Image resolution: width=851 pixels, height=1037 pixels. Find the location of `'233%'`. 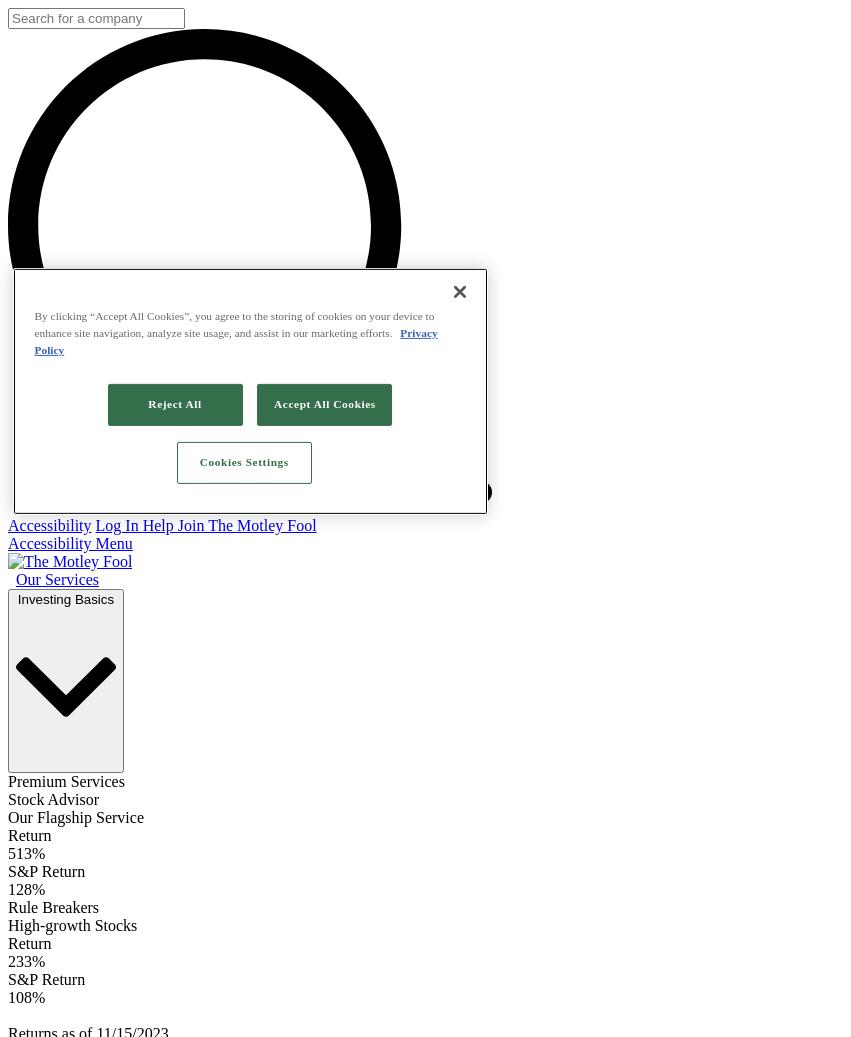

'233%' is located at coordinates (25, 961).